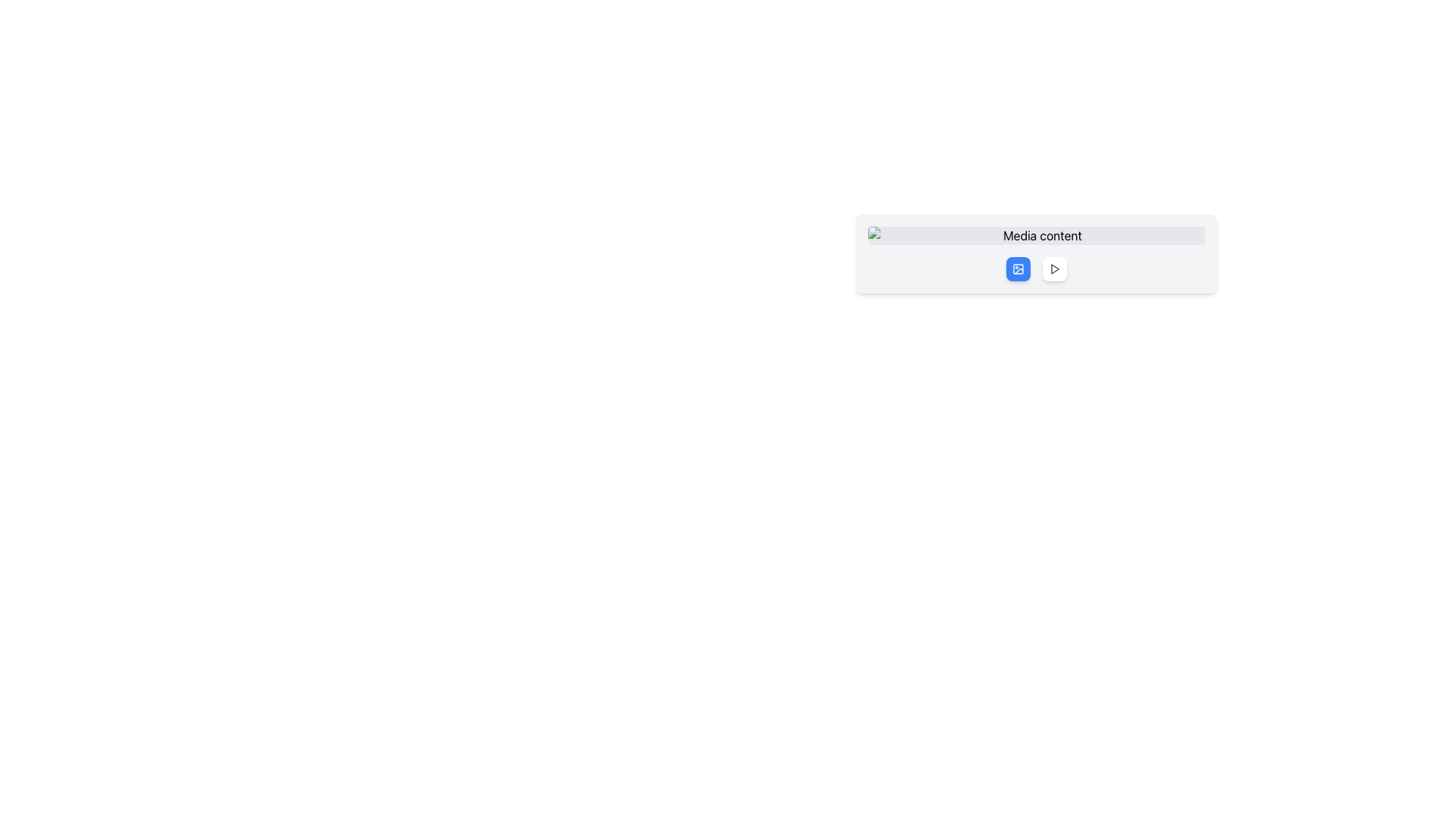  I want to click on the media-related icon within the blue circular button located to the left of the white play button in the 'Media content' section, so click(1018, 268).